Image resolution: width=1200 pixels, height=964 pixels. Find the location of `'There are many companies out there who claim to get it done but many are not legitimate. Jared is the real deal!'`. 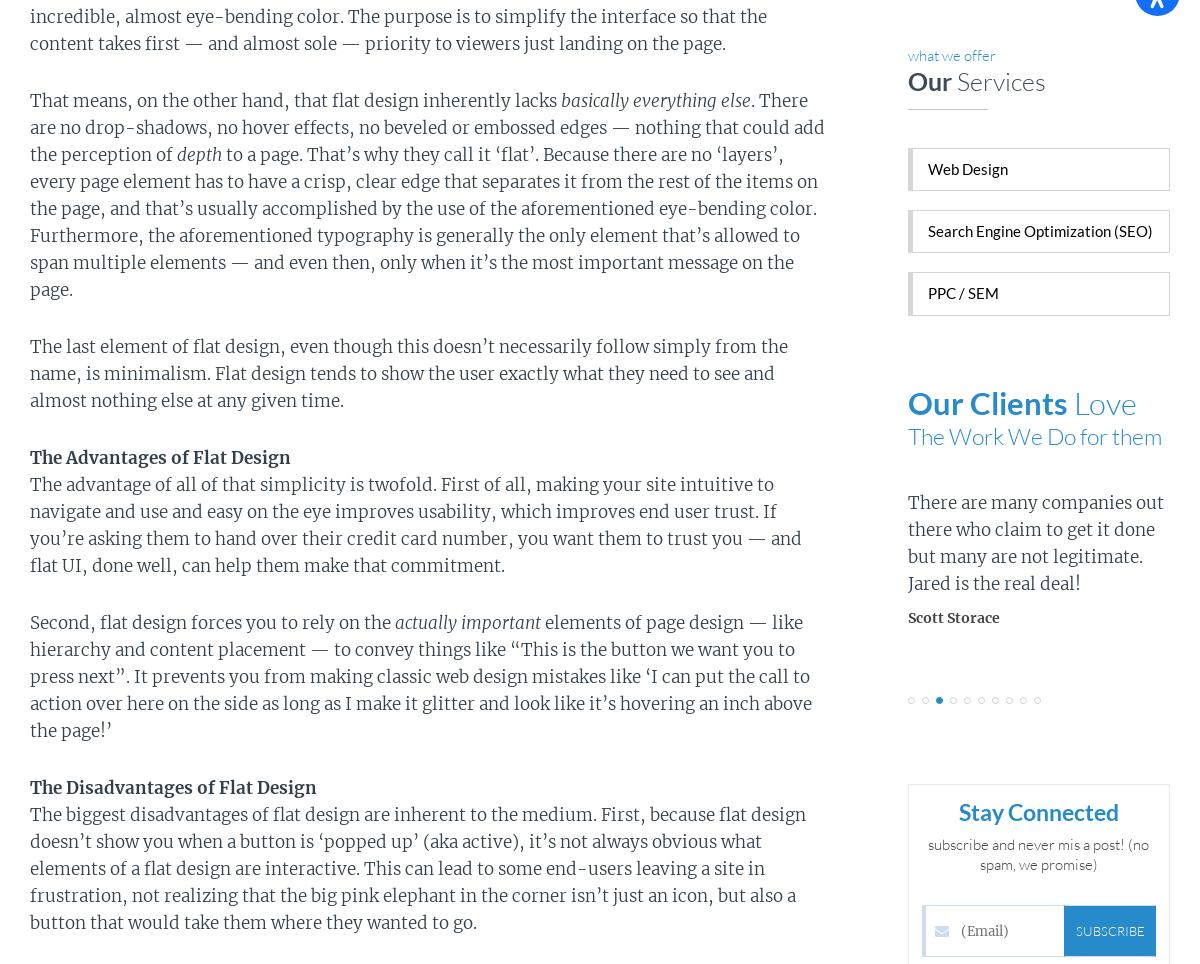

'There are many companies out there who claim to get it done but many are not legitimate. Jared is the real deal!' is located at coordinates (1035, 543).